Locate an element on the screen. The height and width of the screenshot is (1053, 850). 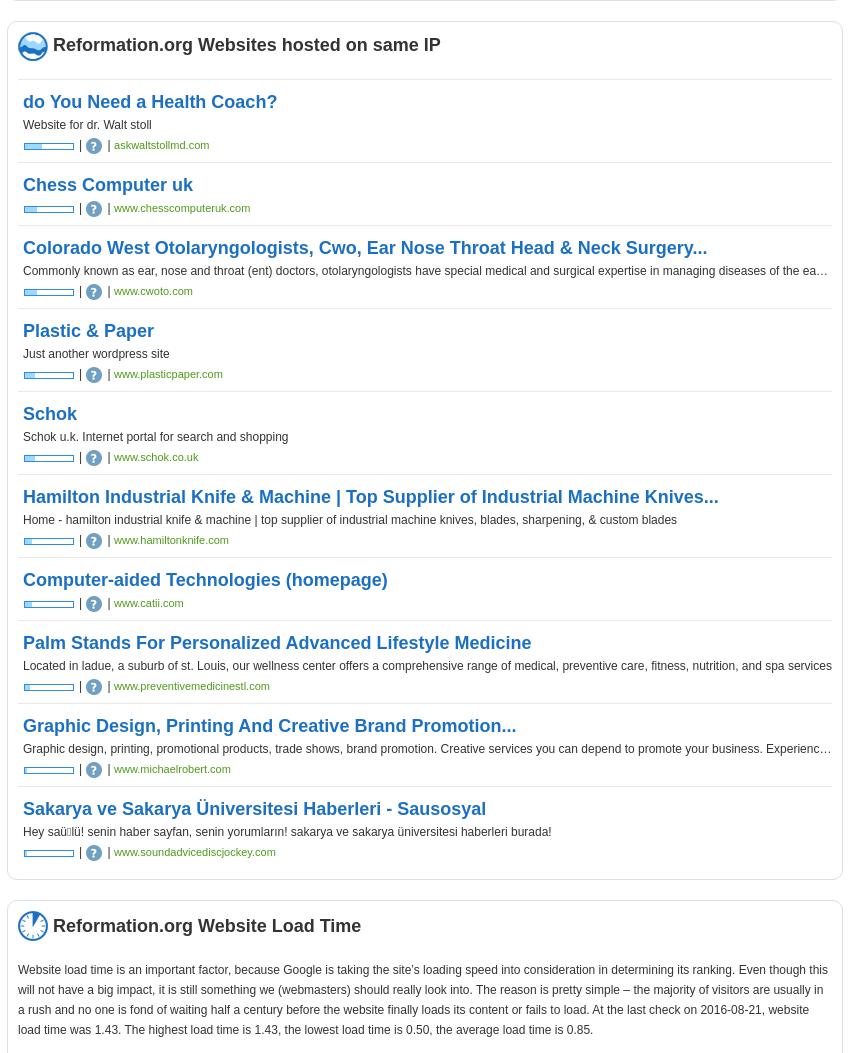
'Reformation.org Website Load Time' is located at coordinates (53, 925).